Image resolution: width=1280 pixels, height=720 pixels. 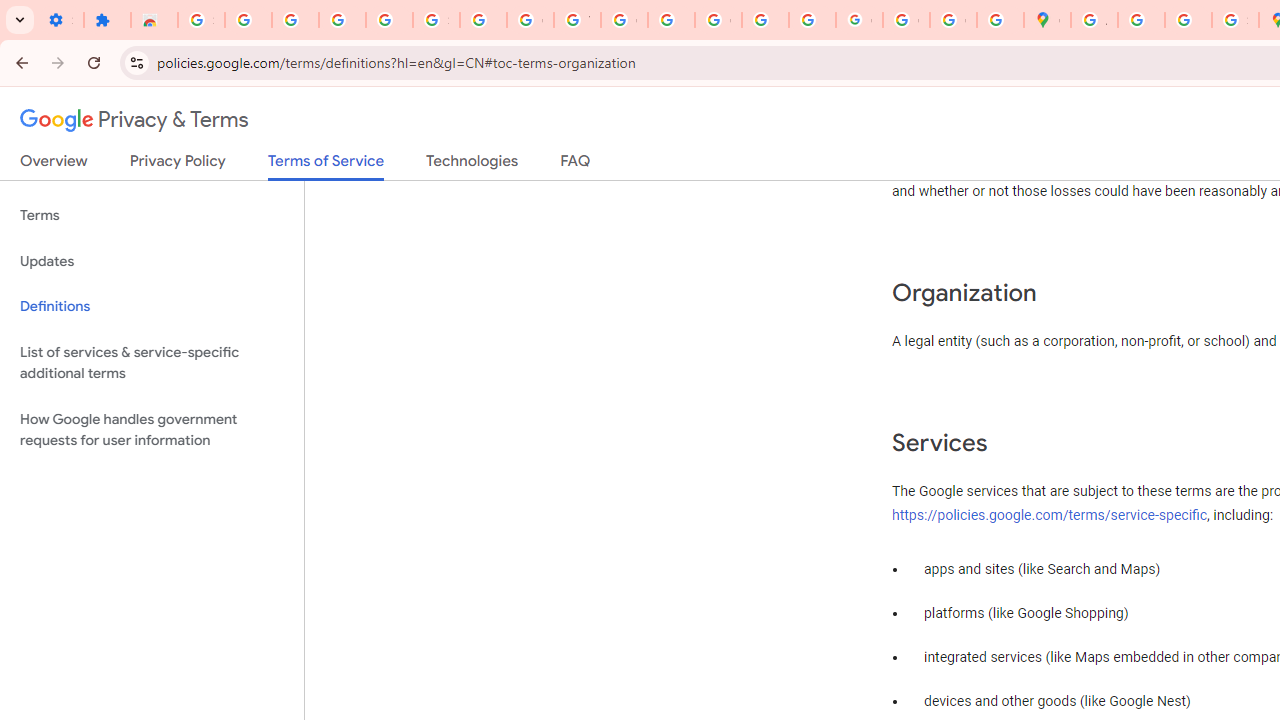 I want to click on 'Reviews: Helix Fruit Jump Arcade Game', so click(x=153, y=20).